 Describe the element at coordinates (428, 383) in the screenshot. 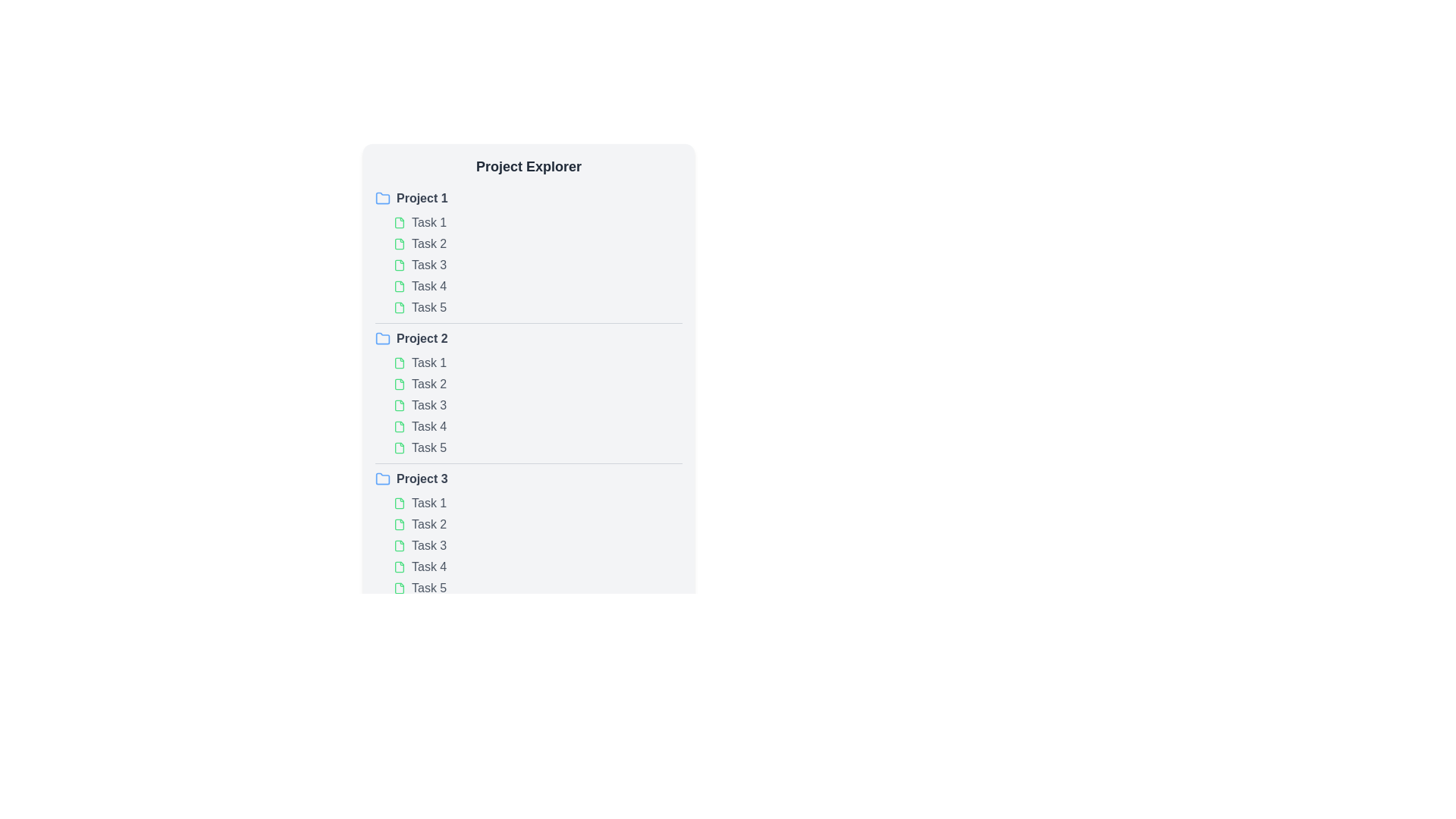

I see `the text label displaying 'Task 2' which changes color to green on hover` at that location.